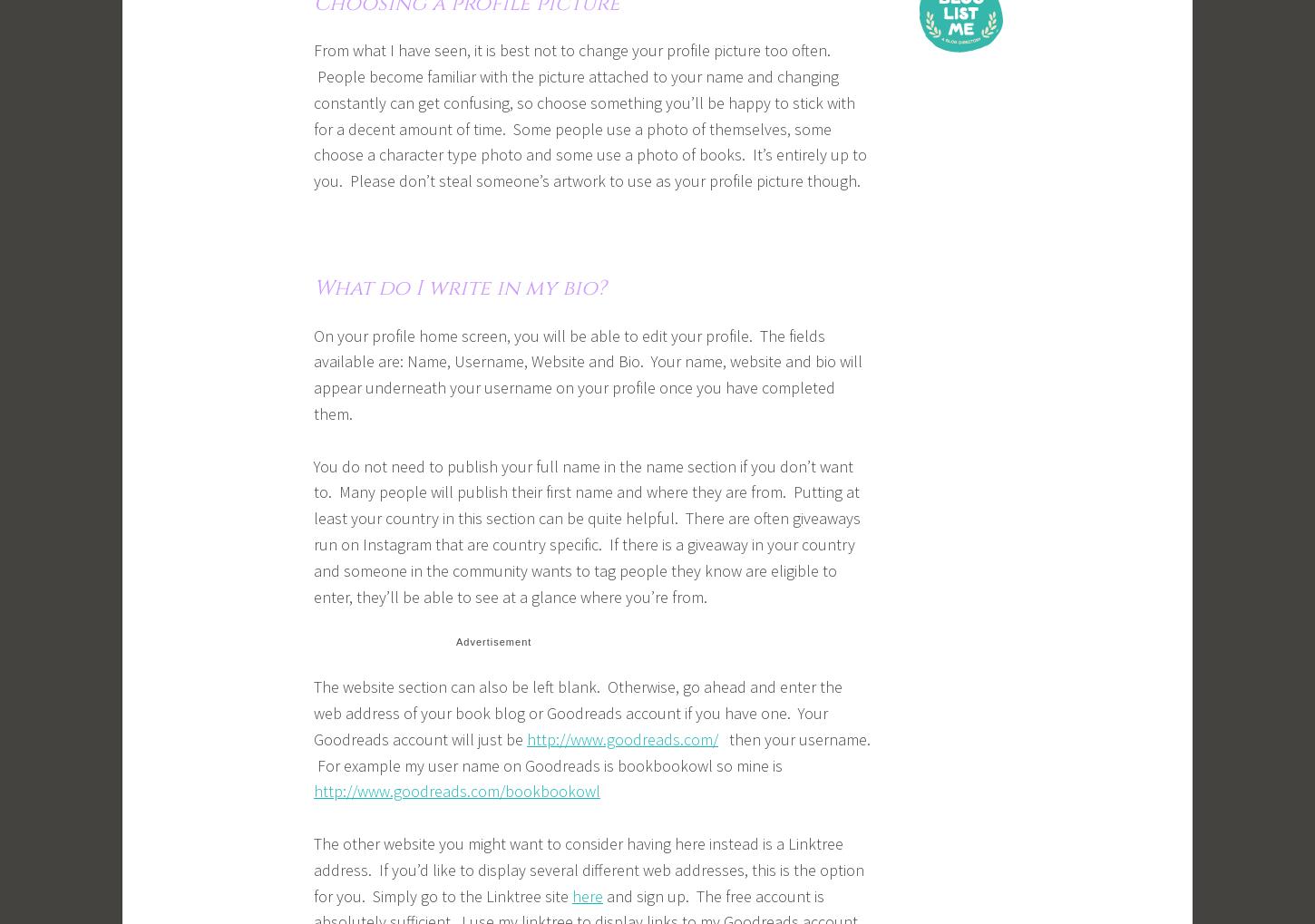  I want to click on 'here', so click(587, 895).